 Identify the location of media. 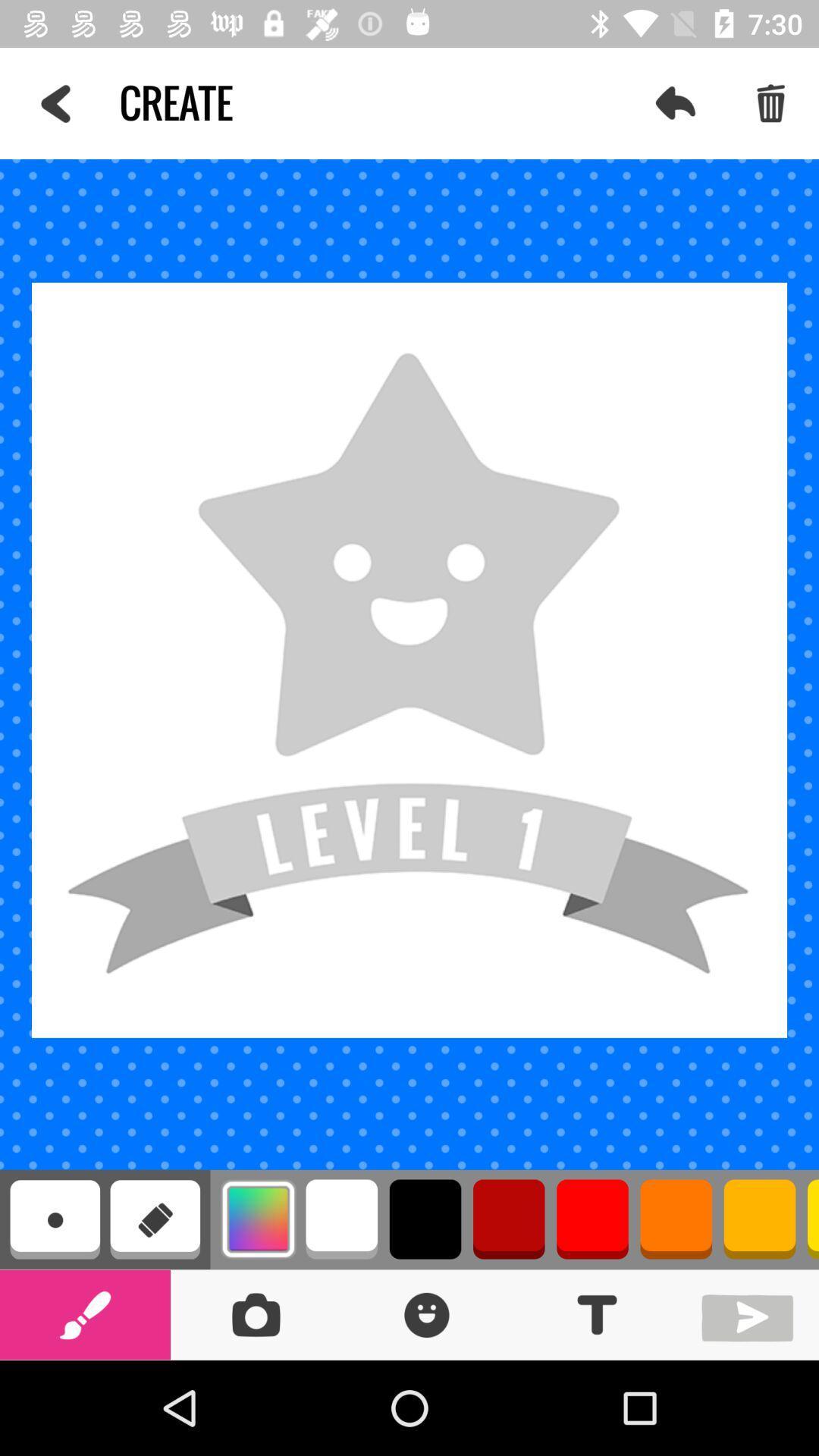
(751, 1313).